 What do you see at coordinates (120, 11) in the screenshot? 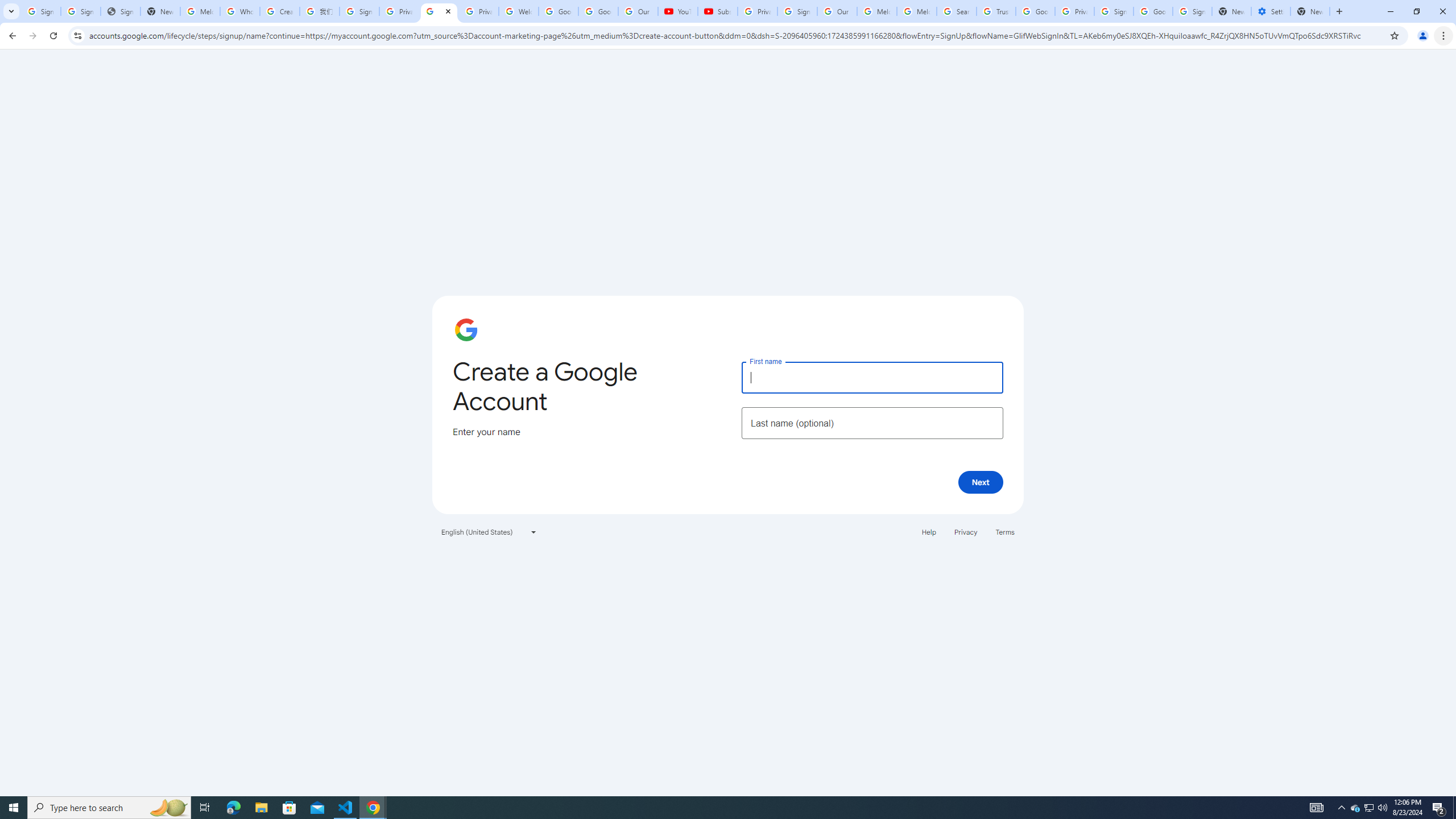
I see `'Sign In - USA TODAY'` at bounding box center [120, 11].